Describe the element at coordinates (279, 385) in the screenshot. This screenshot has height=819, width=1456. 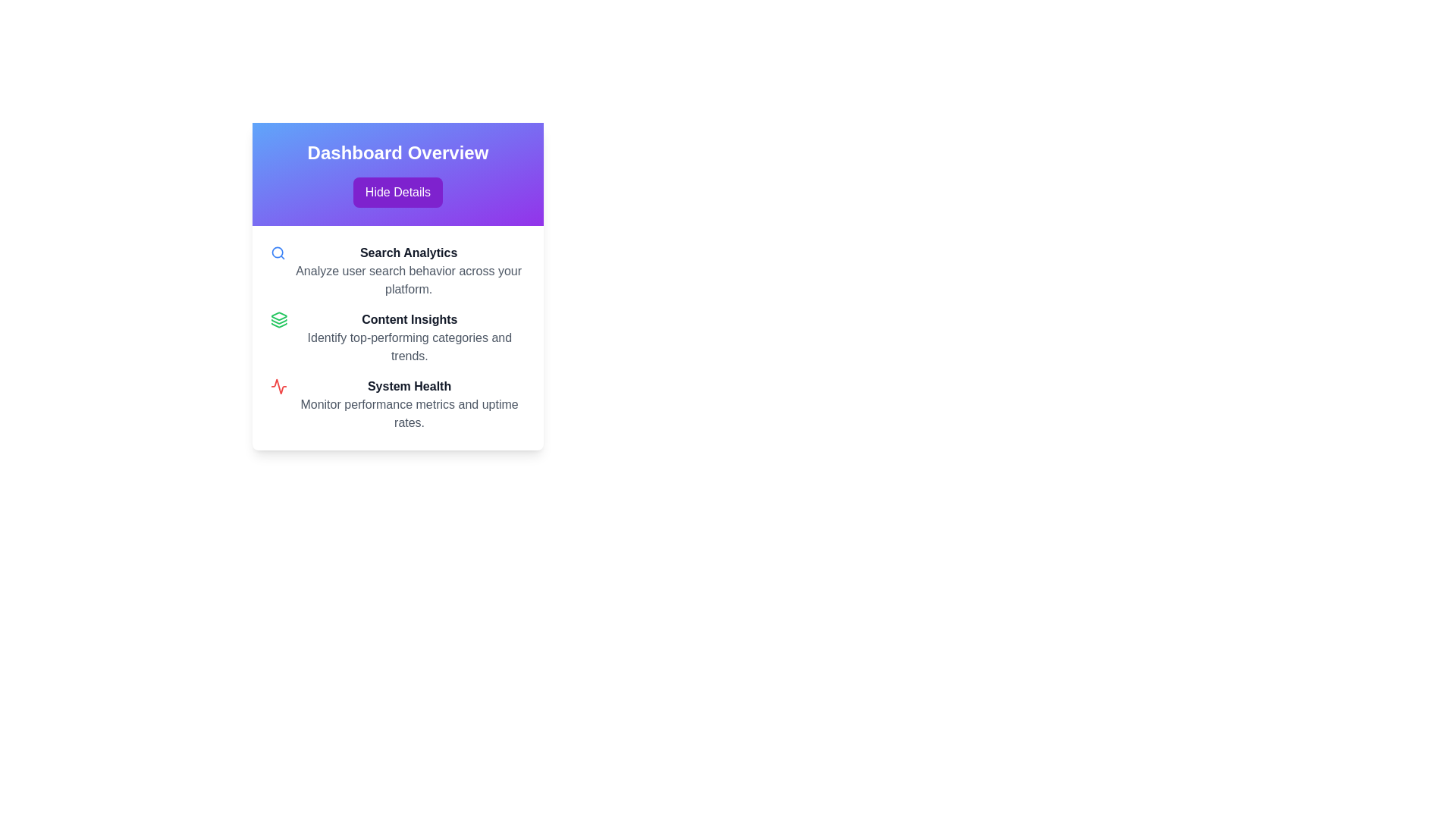
I see `the representation of the icon resembling a line graph, colored bright red, located at the beginning of the 'System Health' row` at that location.